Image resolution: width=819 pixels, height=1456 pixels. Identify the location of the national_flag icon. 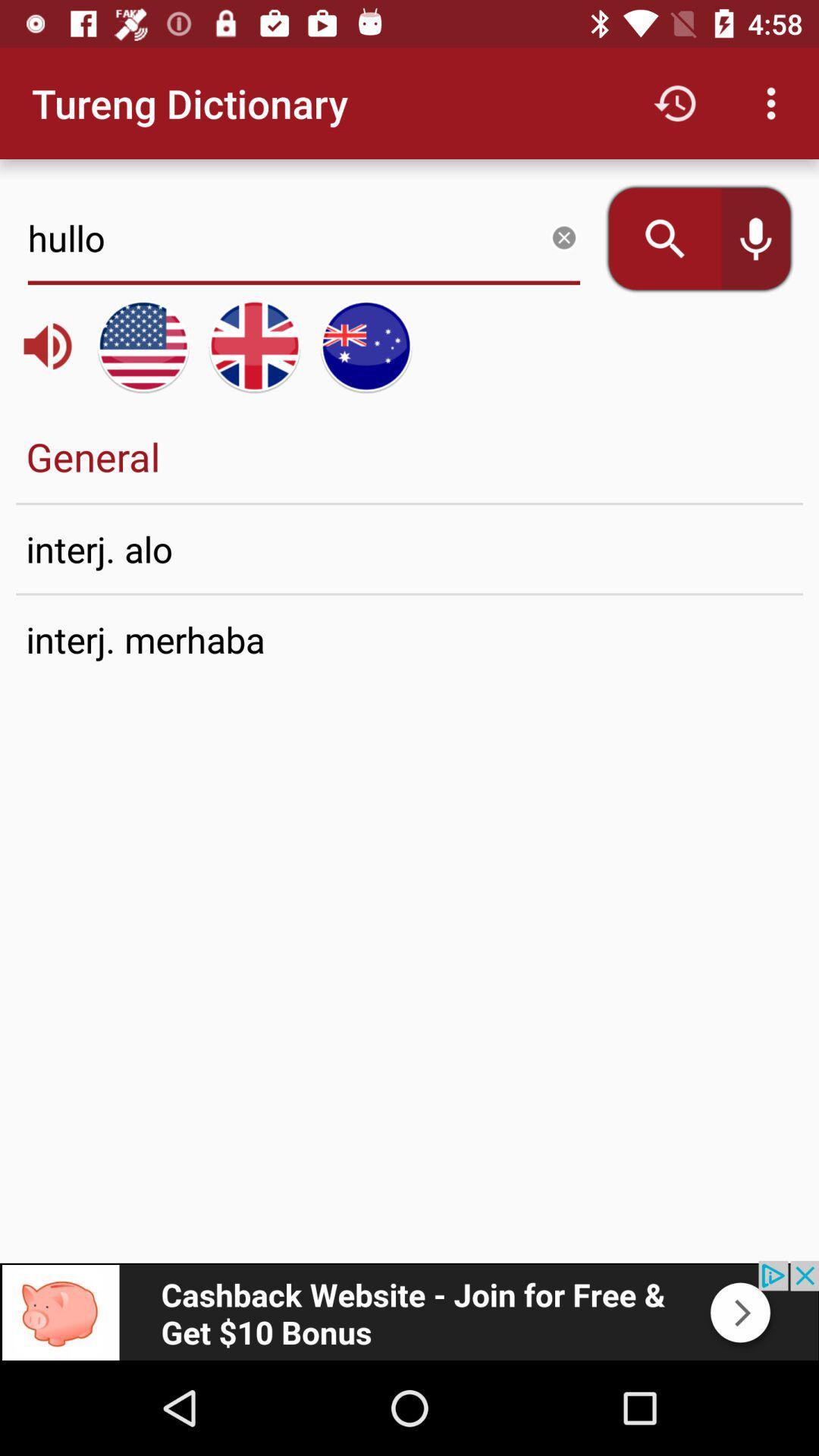
(143, 345).